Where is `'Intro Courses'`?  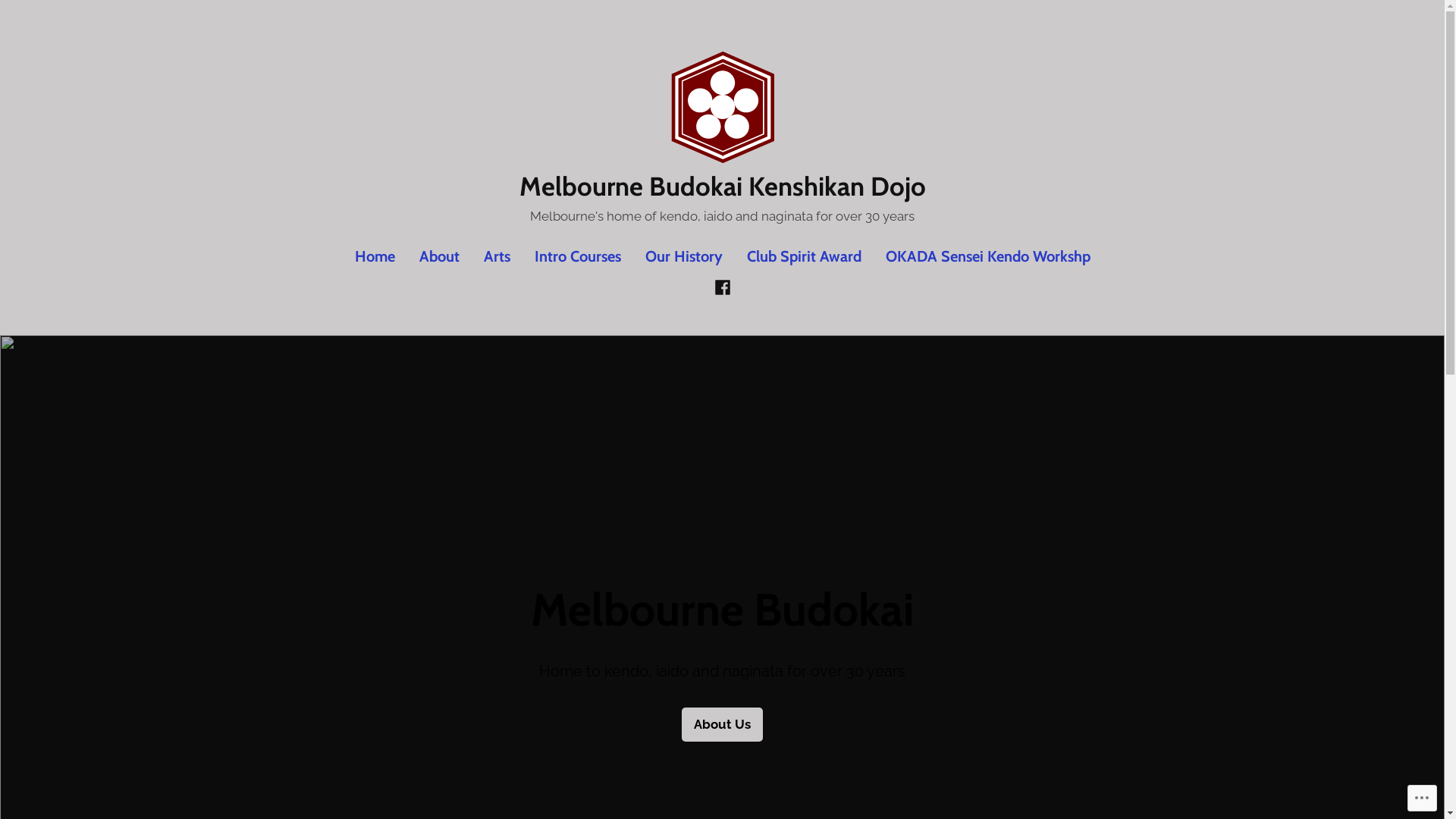 'Intro Courses' is located at coordinates (576, 255).